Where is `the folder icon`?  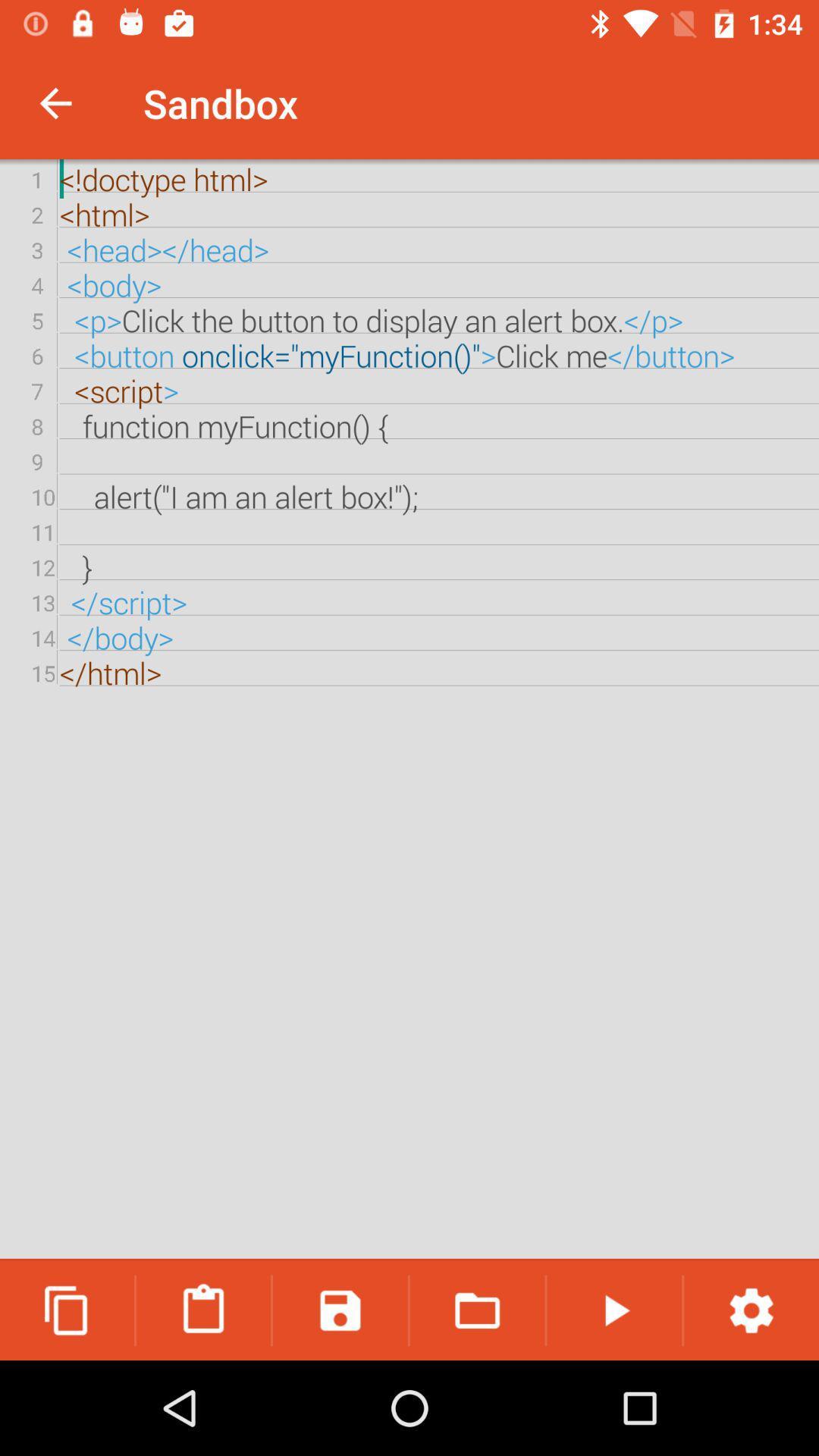 the folder icon is located at coordinates (476, 1310).